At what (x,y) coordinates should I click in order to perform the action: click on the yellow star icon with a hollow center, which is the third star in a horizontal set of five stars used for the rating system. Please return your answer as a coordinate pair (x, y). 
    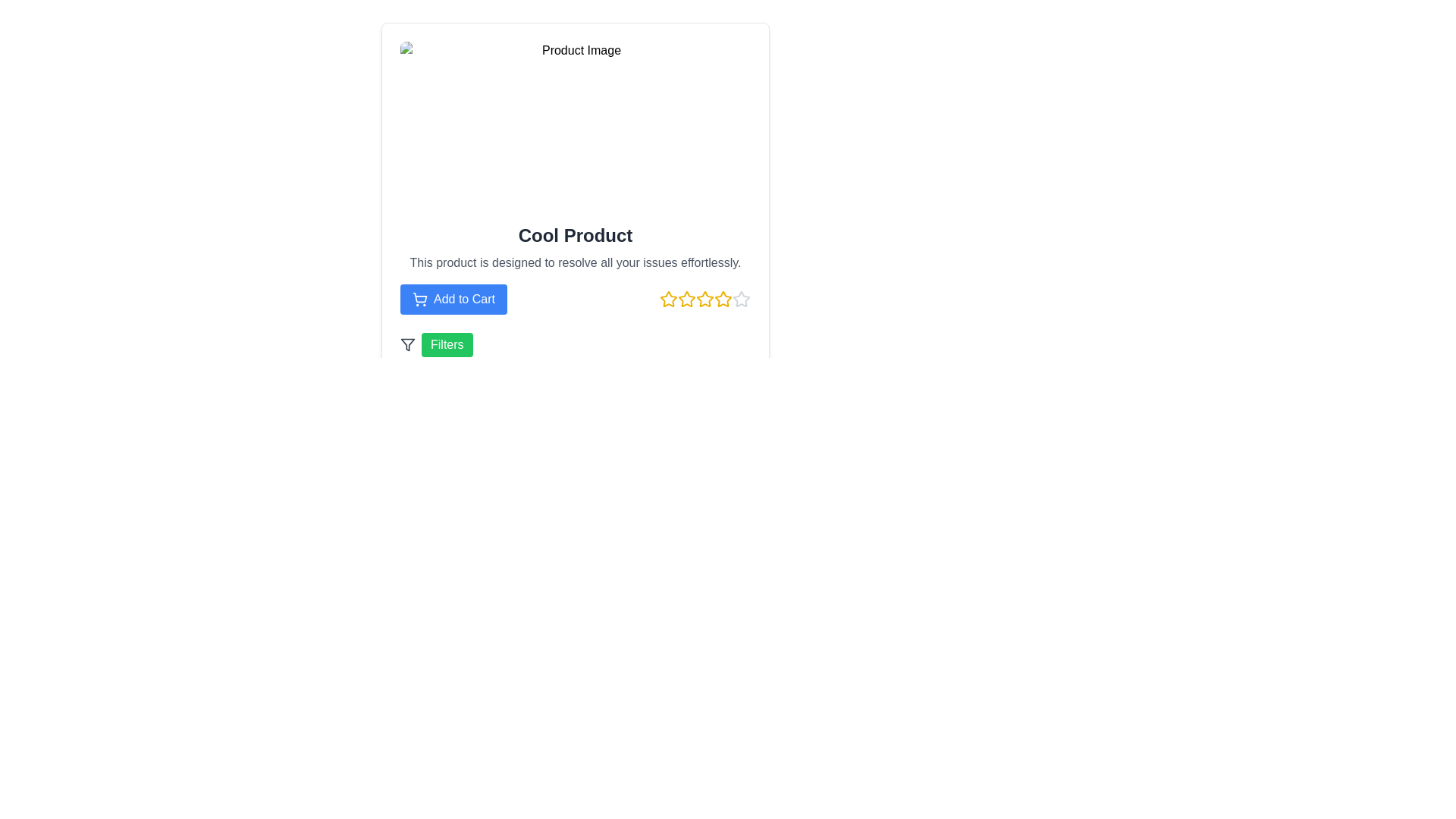
    Looking at the image, I should click on (668, 299).